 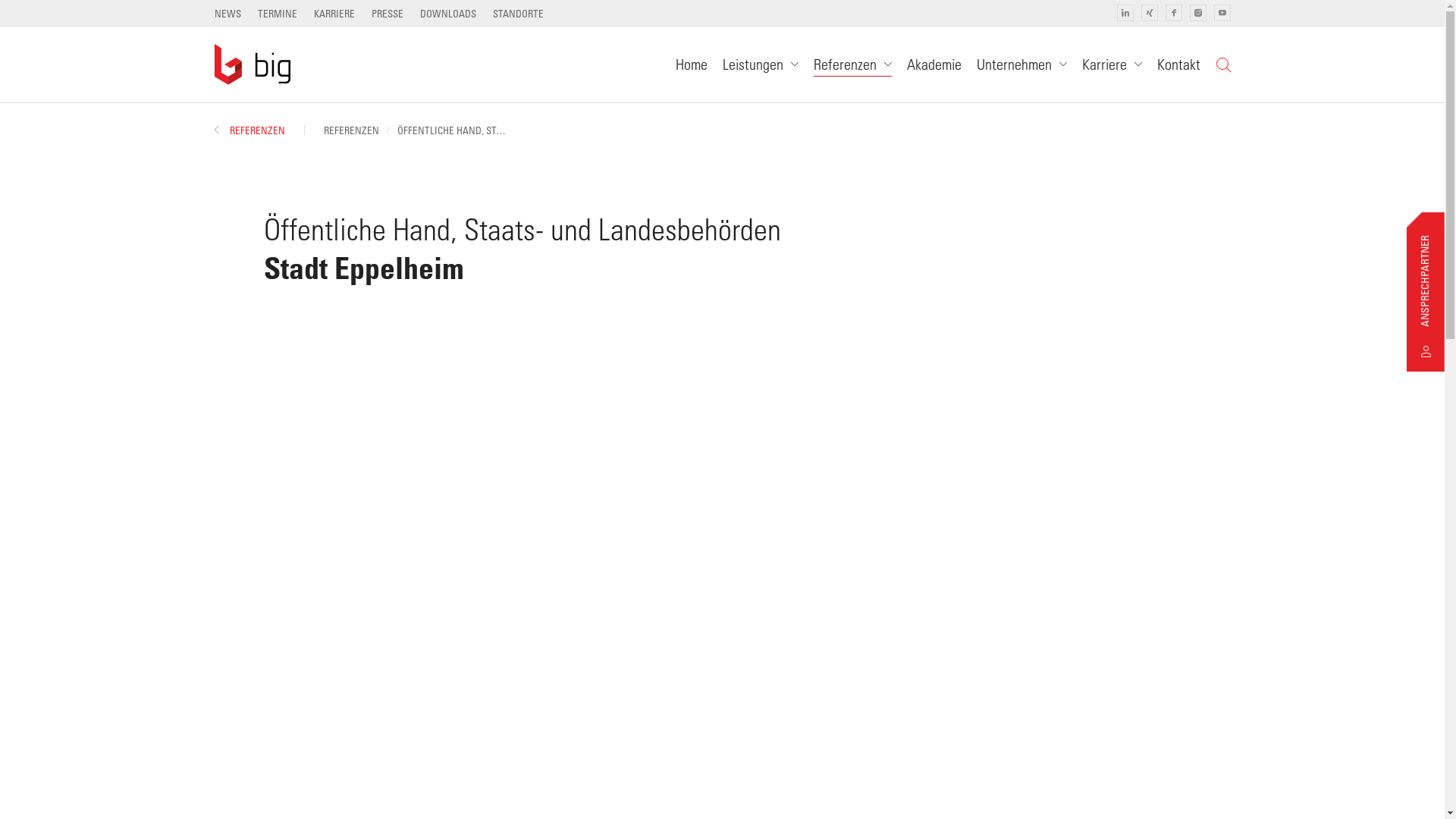 What do you see at coordinates (1222, 63) in the screenshot?
I see `'Suche'` at bounding box center [1222, 63].